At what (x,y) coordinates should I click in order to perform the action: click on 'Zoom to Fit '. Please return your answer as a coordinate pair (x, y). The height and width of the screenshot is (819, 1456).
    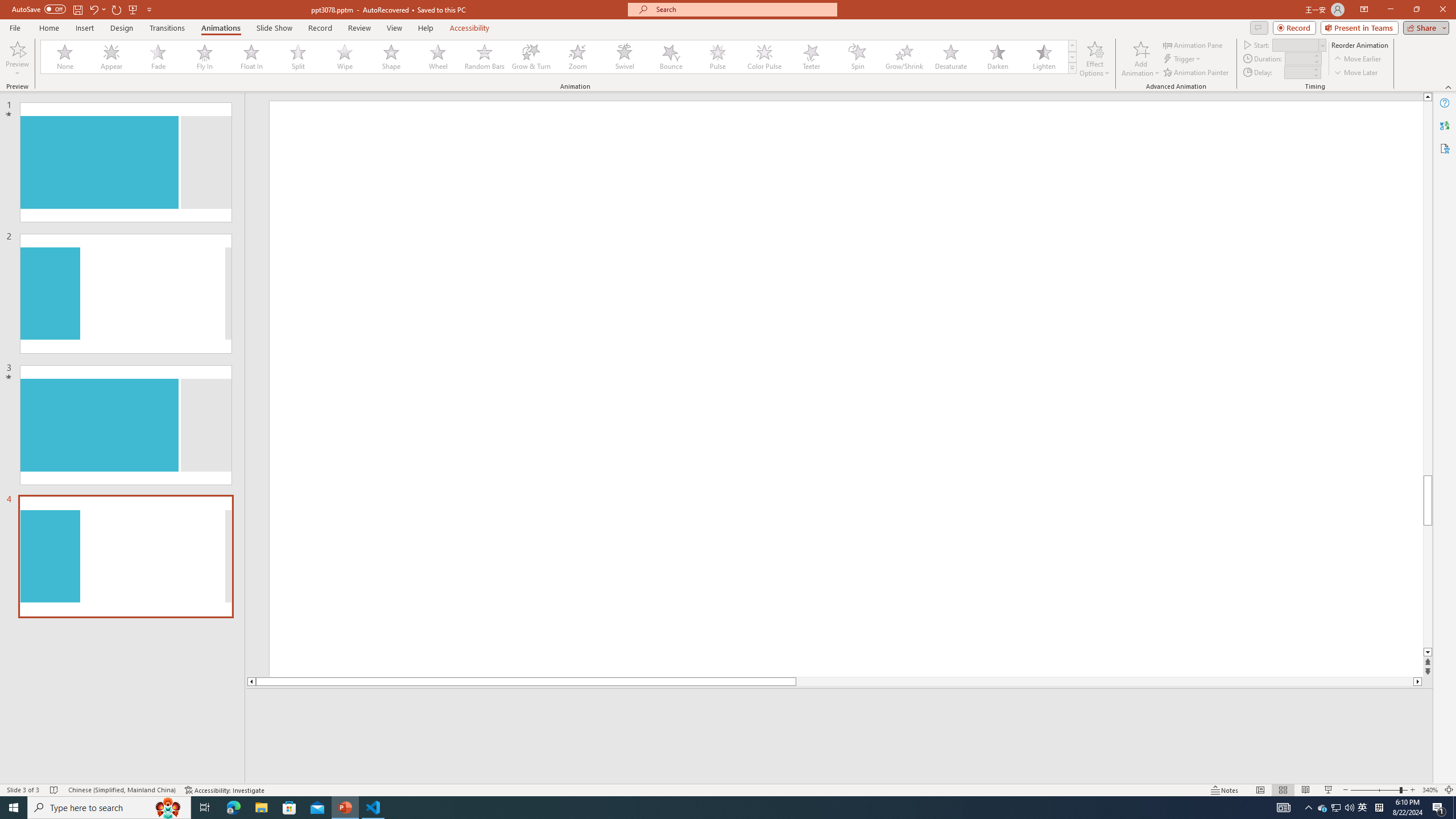
    Looking at the image, I should click on (1449, 790).